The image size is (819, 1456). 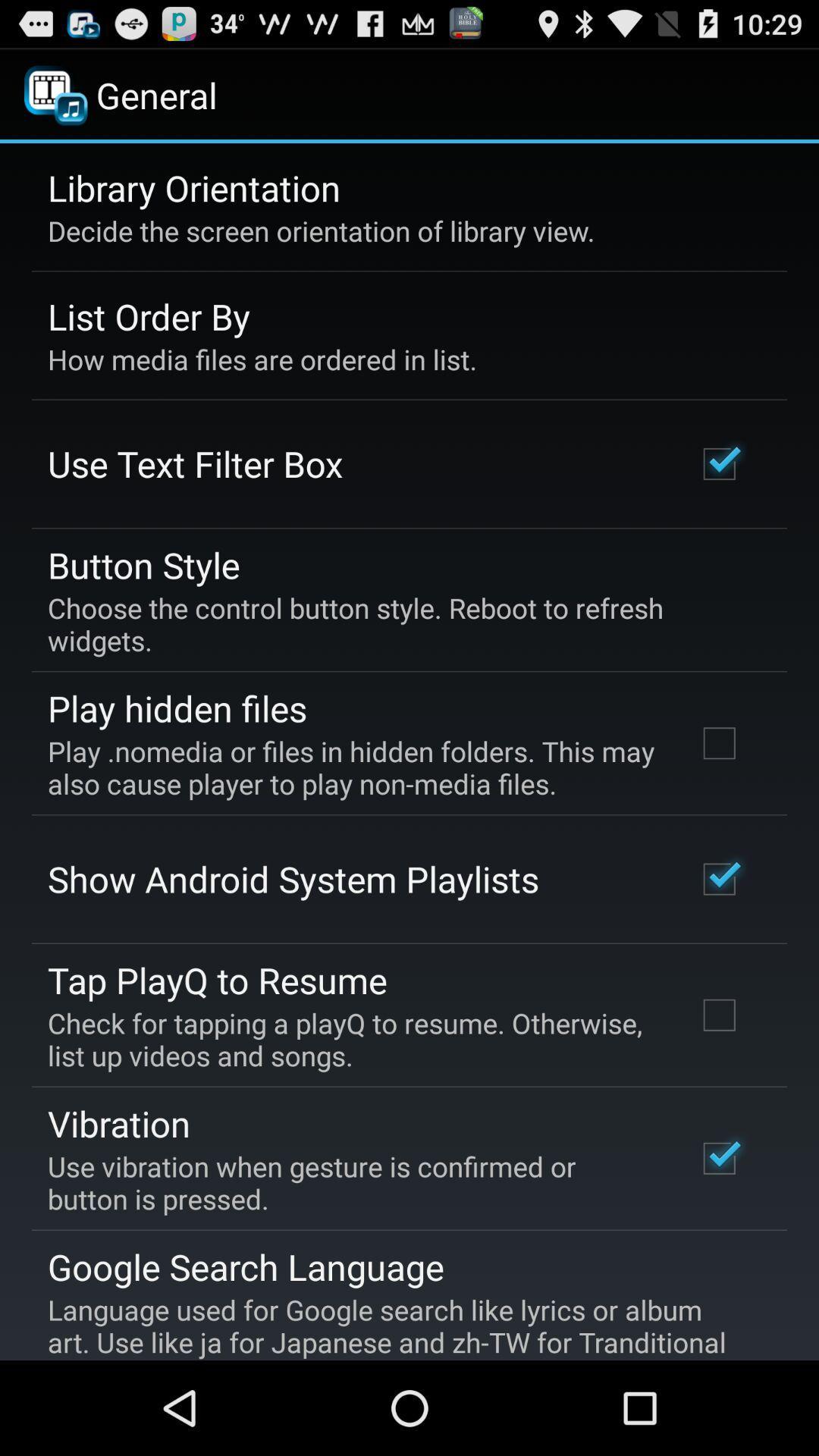 What do you see at coordinates (320, 230) in the screenshot?
I see `the icon above the list order by` at bounding box center [320, 230].